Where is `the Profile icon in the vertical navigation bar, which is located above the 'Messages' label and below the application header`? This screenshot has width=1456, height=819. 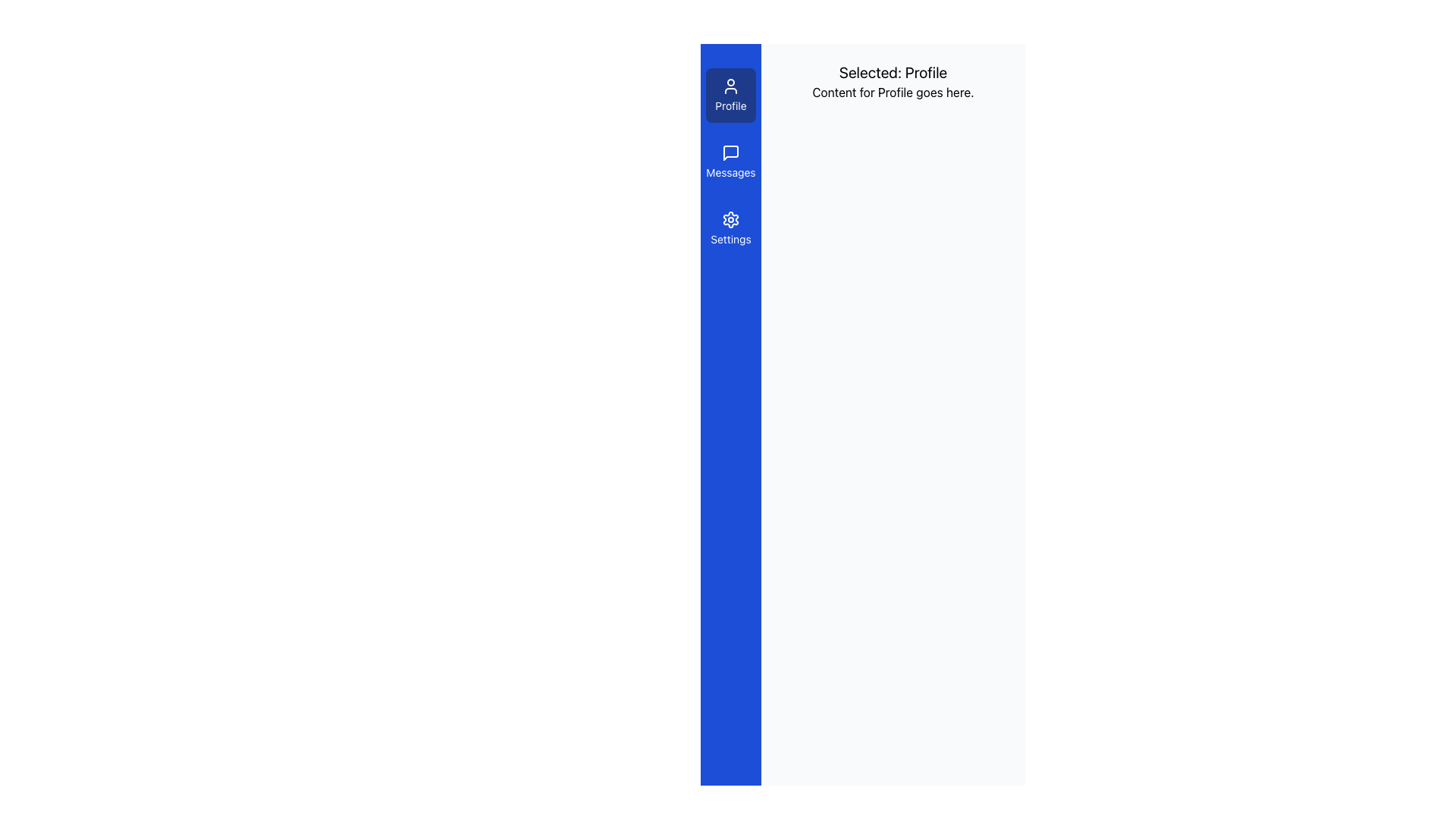
the Profile icon in the vertical navigation bar, which is located above the 'Messages' label and below the application header is located at coordinates (731, 86).